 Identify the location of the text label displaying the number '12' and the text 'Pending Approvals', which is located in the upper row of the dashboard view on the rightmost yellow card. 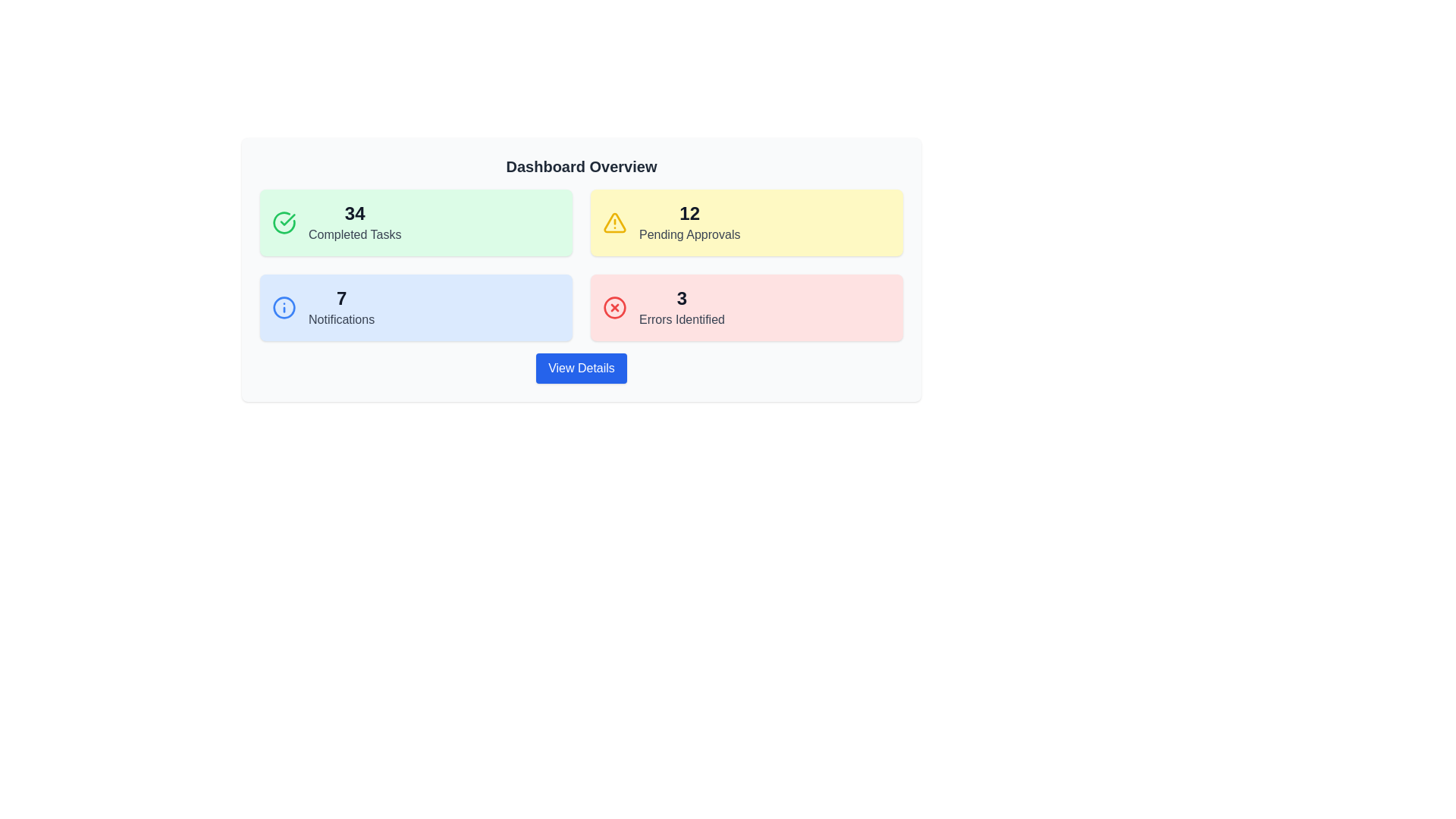
(689, 222).